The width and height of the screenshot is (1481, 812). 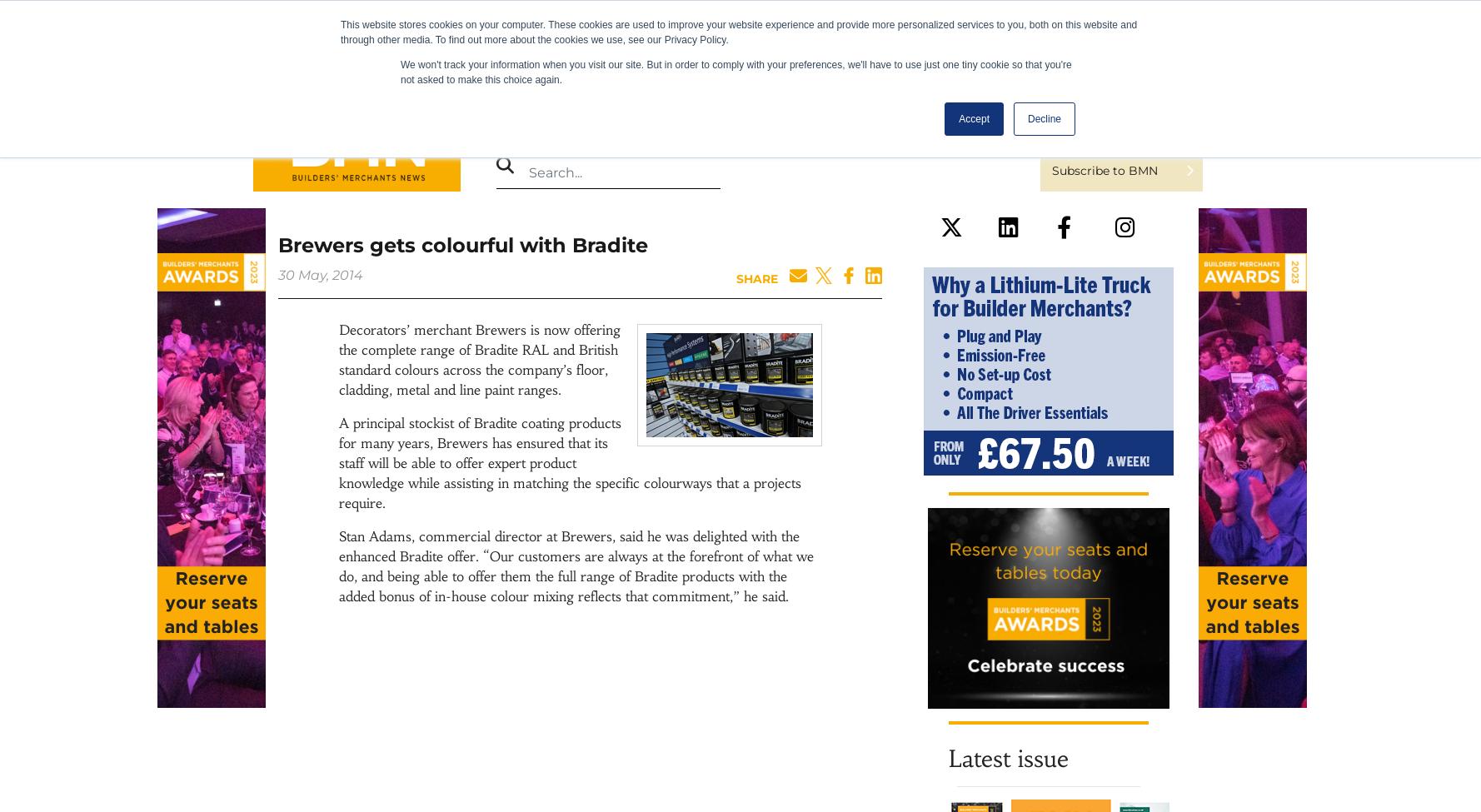 I want to click on 'Decline', so click(x=1043, y=118).